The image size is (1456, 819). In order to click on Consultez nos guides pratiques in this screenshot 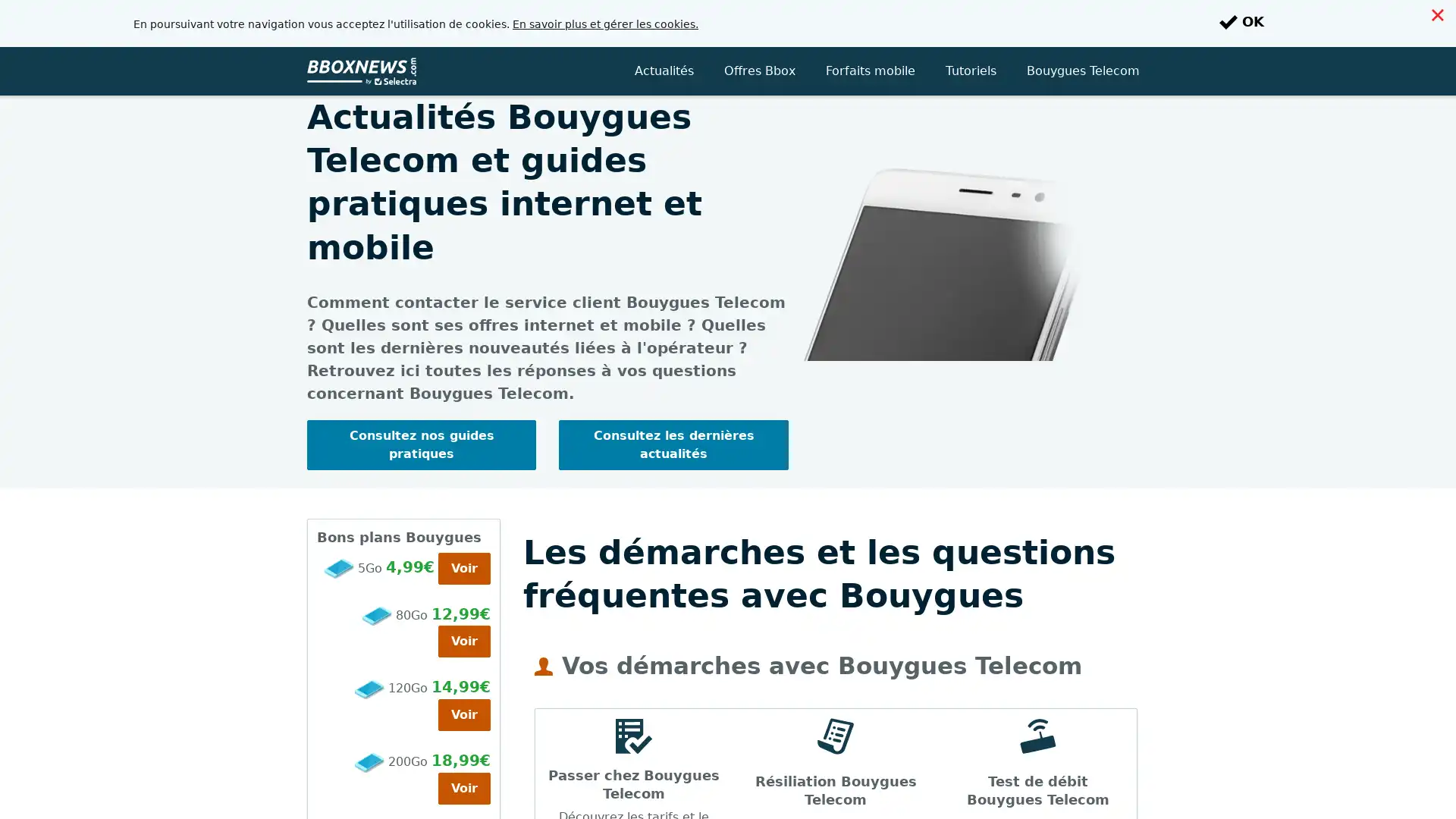, I will do `click(422, 397)`.